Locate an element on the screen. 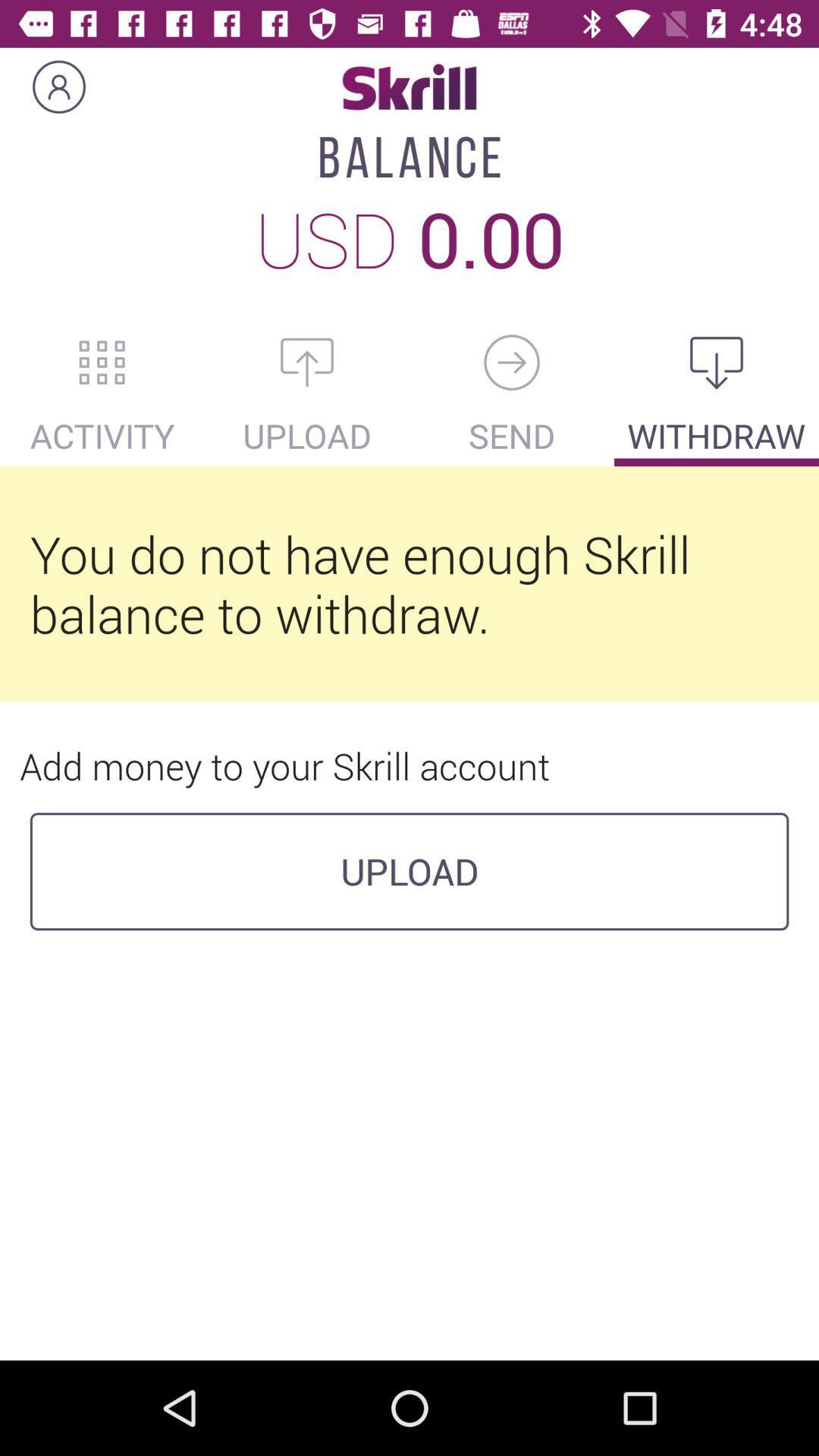 The width and height of the screenshot is (819, 1456). send option is located at coordinates (512, 362).